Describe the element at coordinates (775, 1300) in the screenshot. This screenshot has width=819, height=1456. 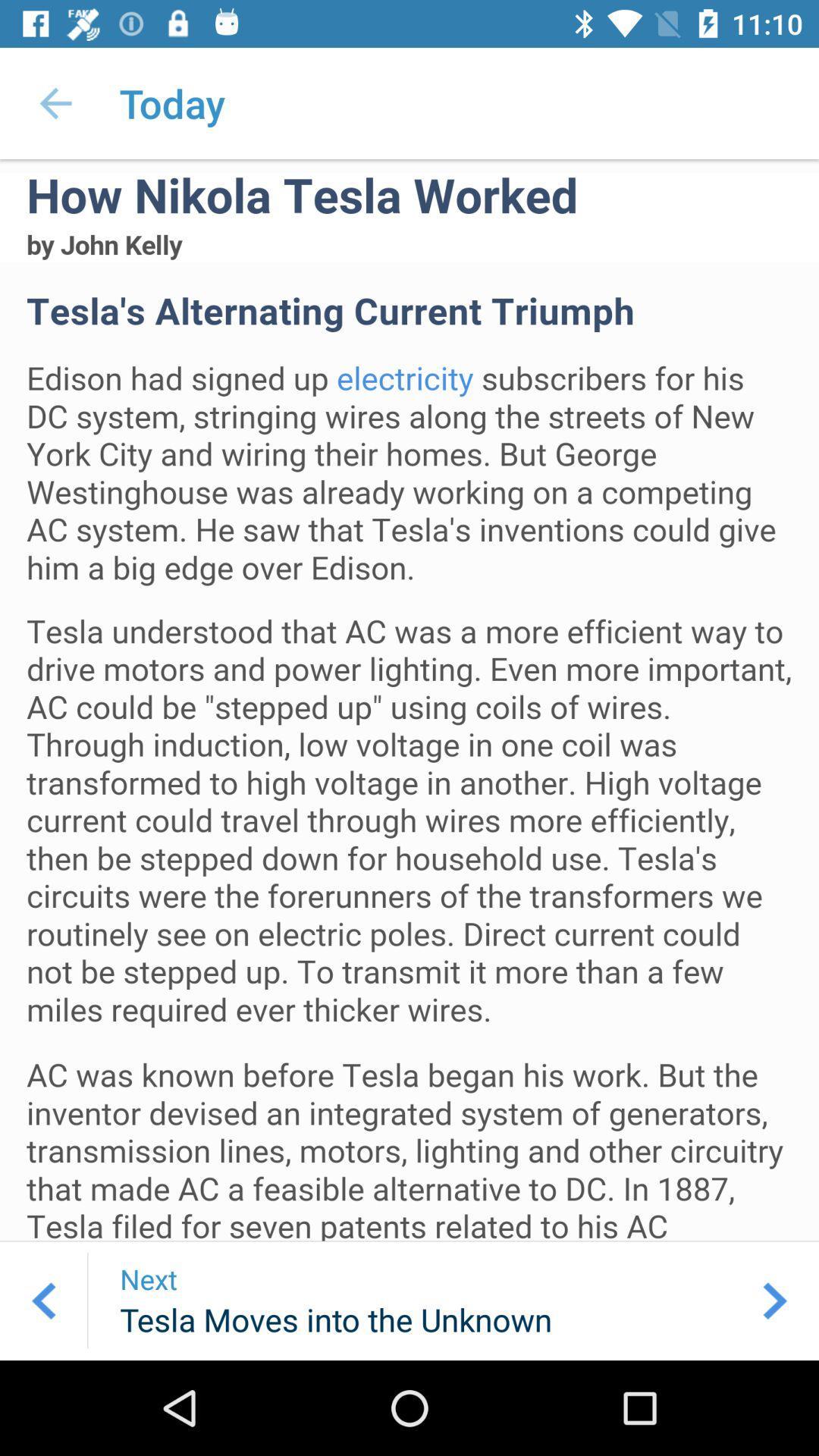
I see `next option` at that location.